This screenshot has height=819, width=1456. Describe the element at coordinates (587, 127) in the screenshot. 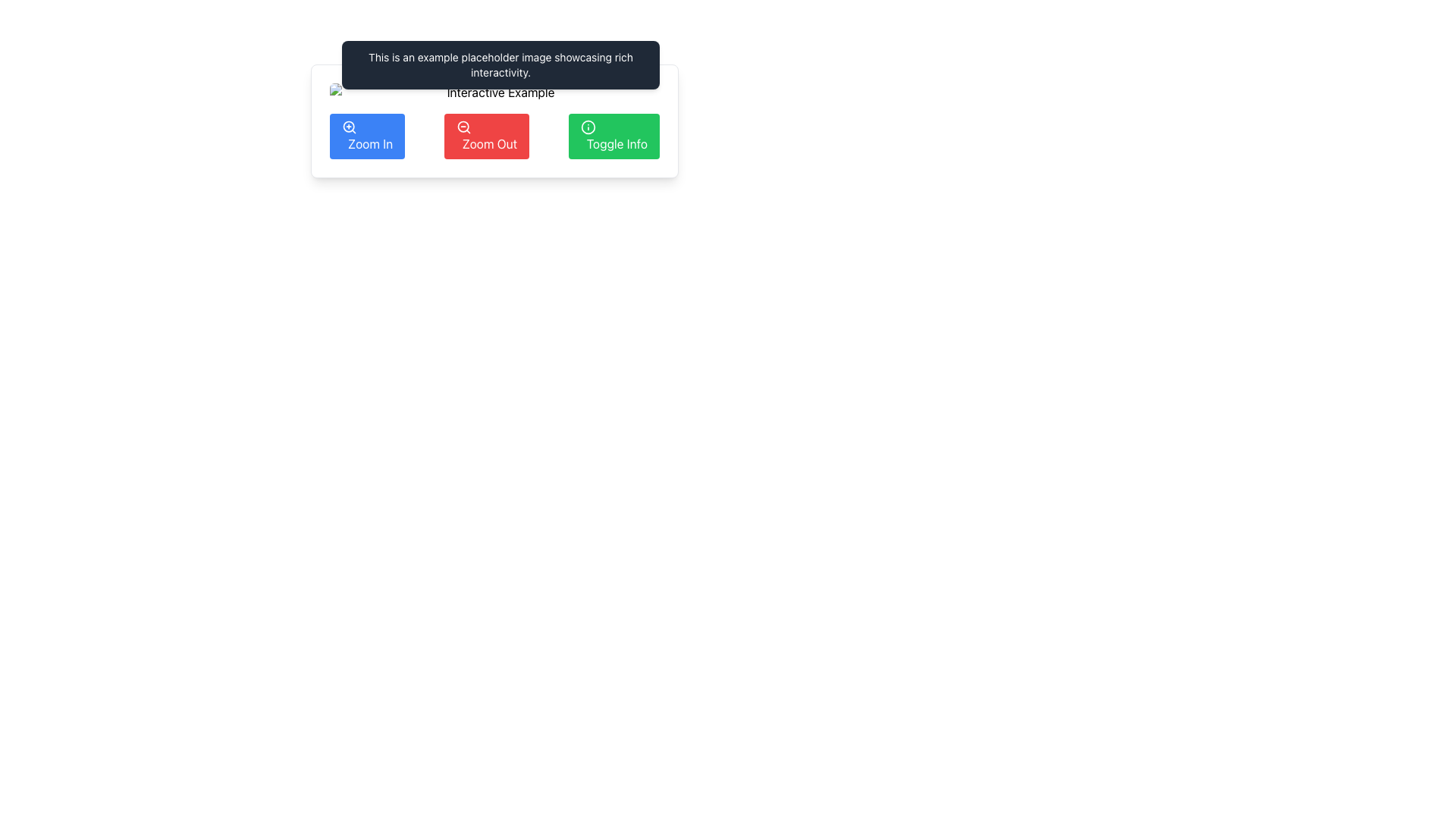

I see `the circular info icon located within the green 'Toggle Info' button` at that location.